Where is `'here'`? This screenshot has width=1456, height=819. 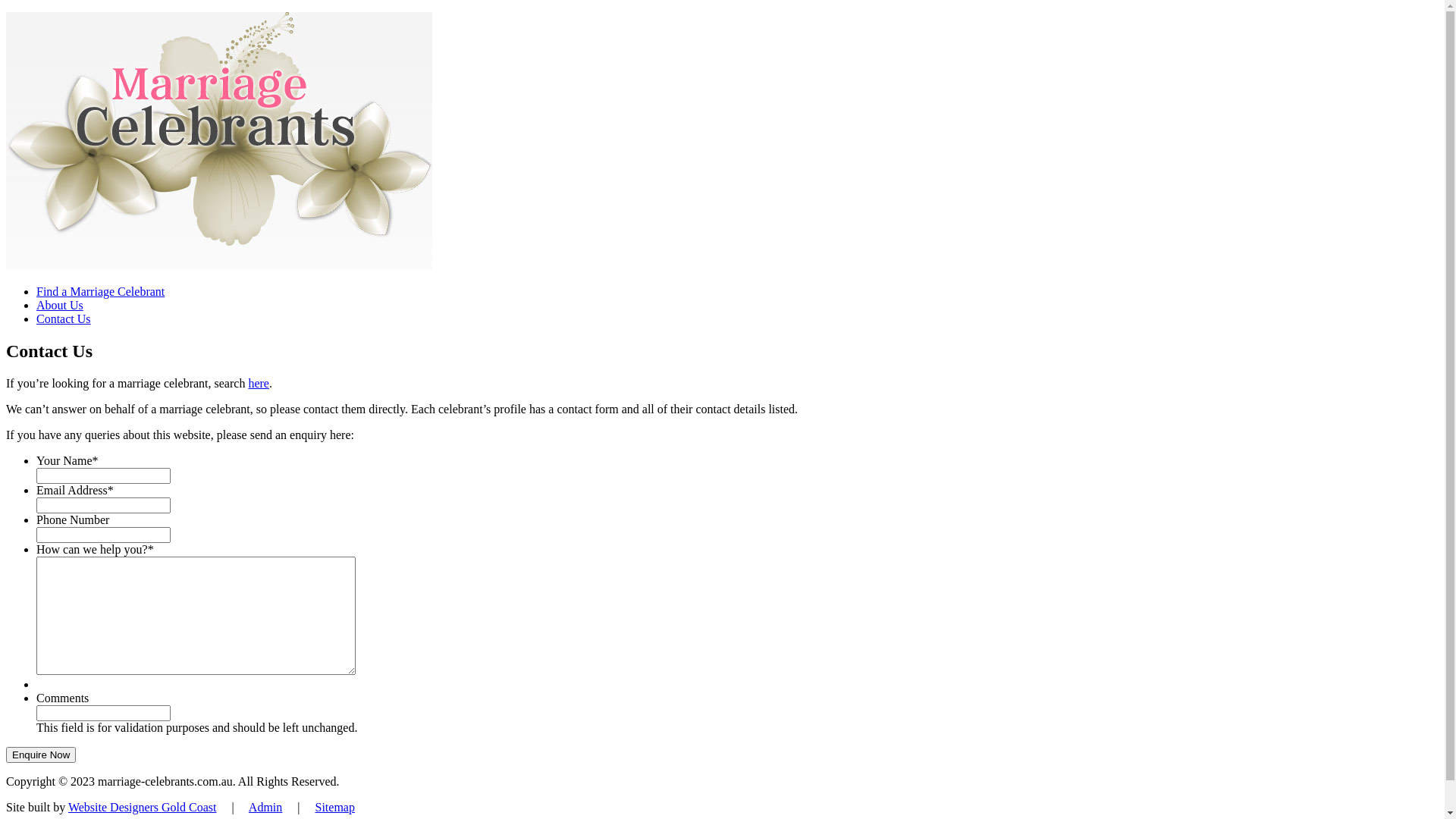
'here' is located at coordinates (247, 382).